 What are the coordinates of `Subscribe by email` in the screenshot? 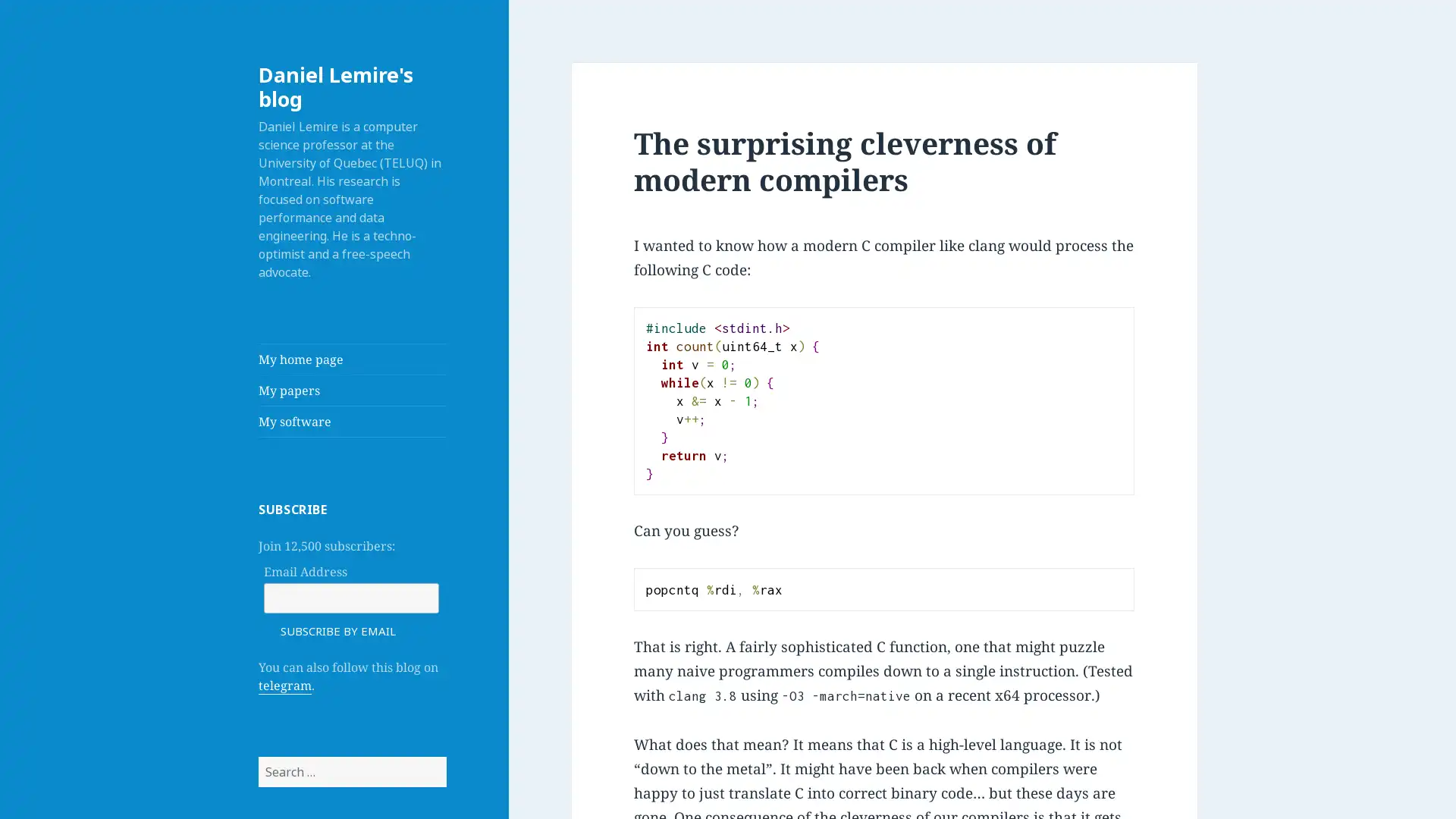 It's located at (337, 629).